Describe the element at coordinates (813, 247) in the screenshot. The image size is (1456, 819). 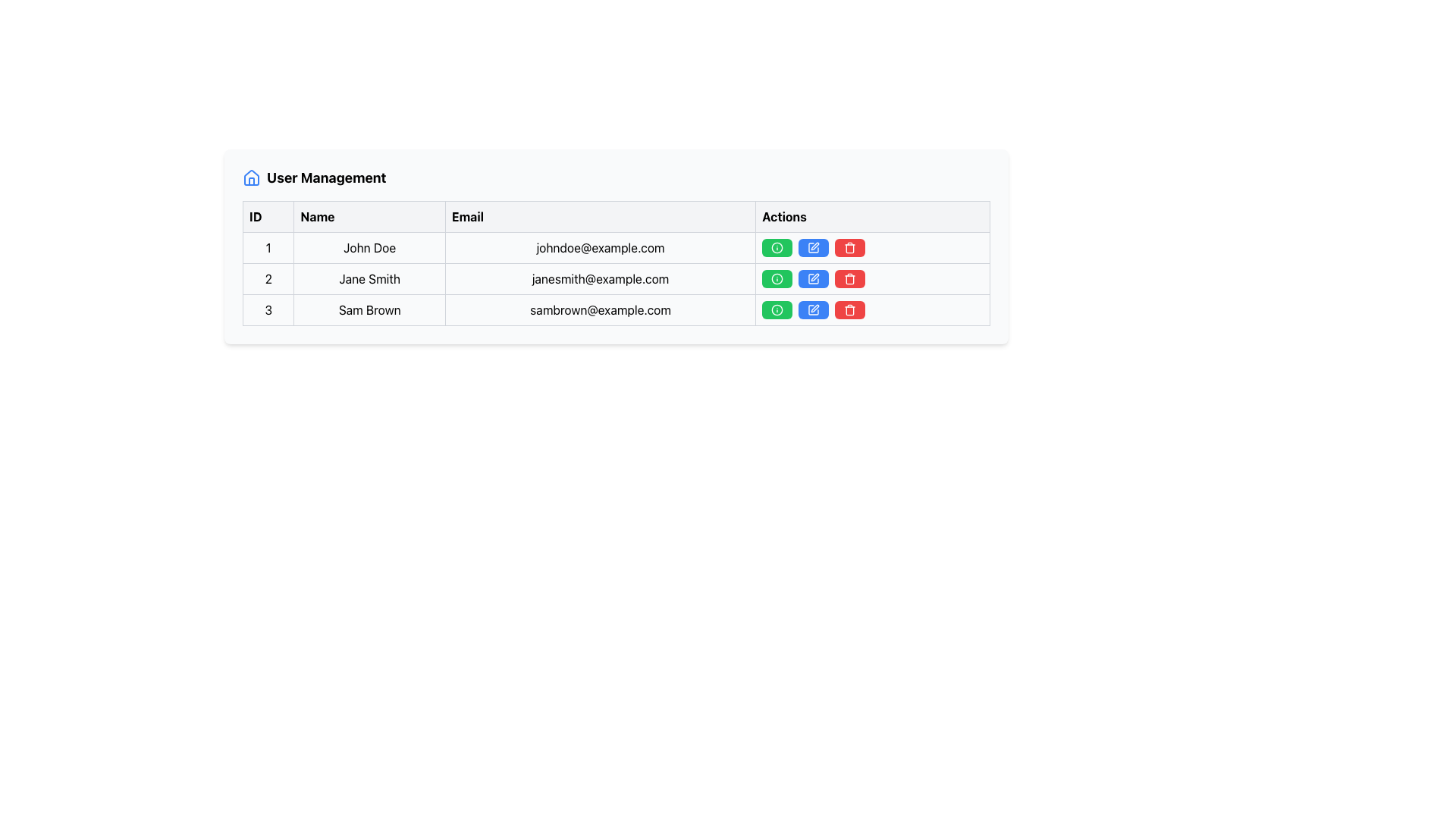
I see `the edit button located in the 'Actions' column, second position among the action buttons of the first row, to initiate the edit function` at that location.